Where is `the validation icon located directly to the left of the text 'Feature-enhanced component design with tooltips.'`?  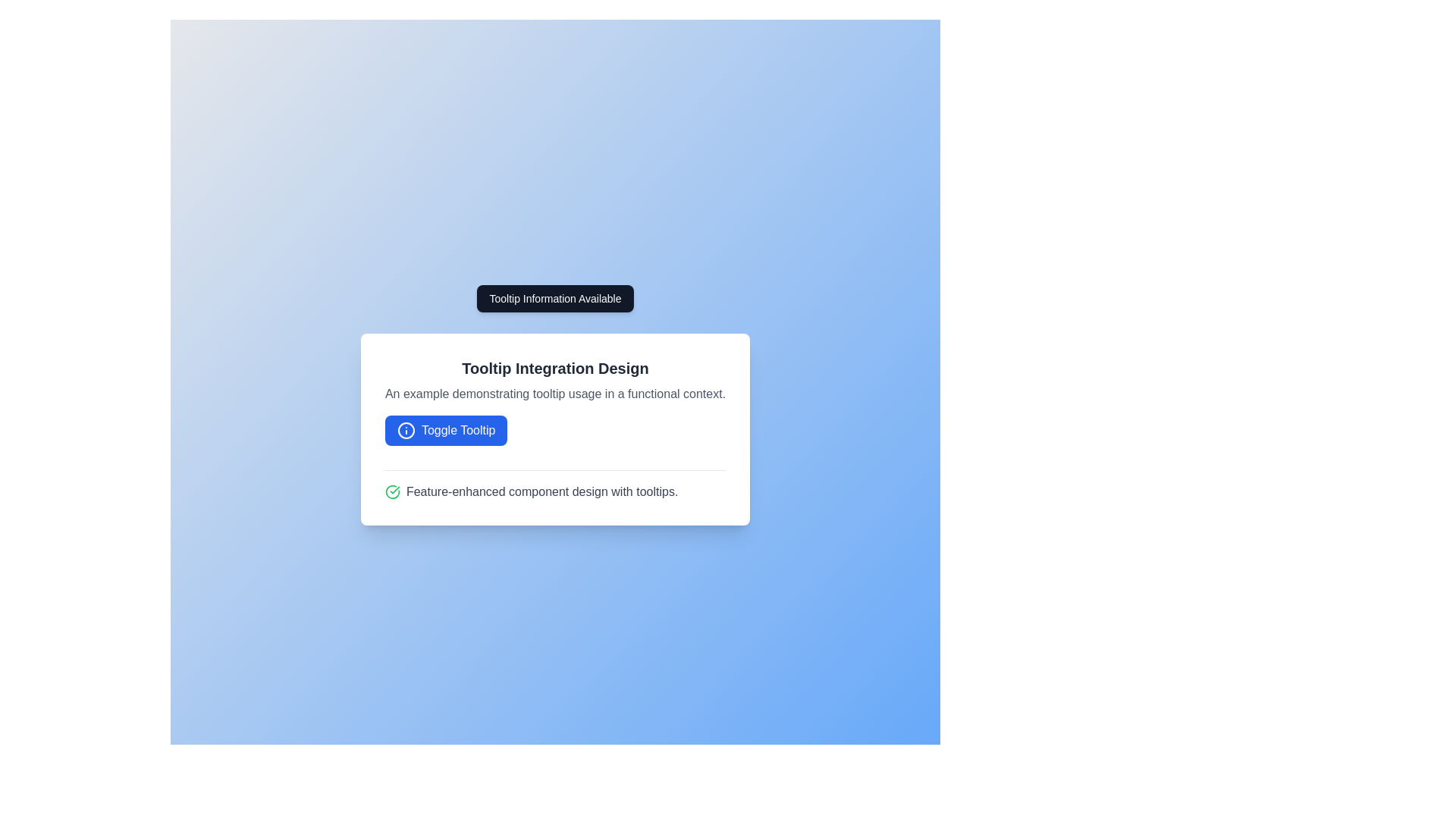 the validation icon located directly to the left of the text 'Feature-enhanced component design with tooltips.' is located at coordinates (392, 491).